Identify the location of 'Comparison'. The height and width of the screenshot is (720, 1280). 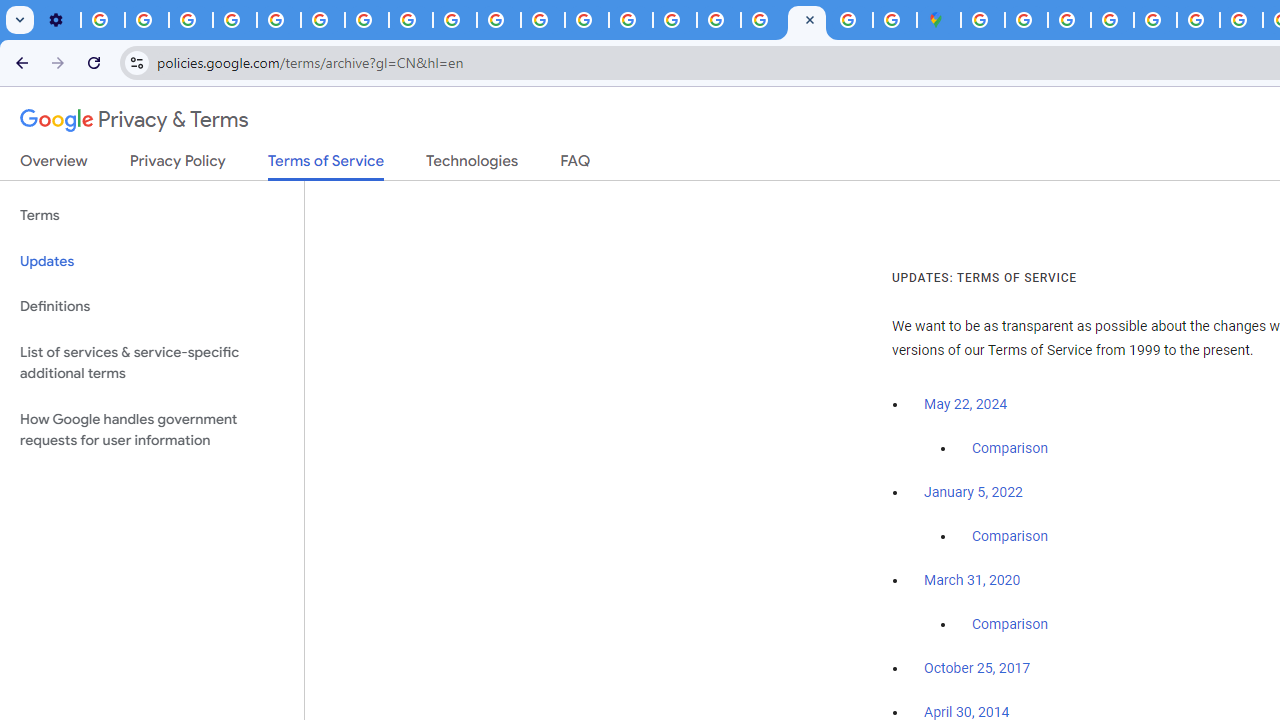
(1009, 624).